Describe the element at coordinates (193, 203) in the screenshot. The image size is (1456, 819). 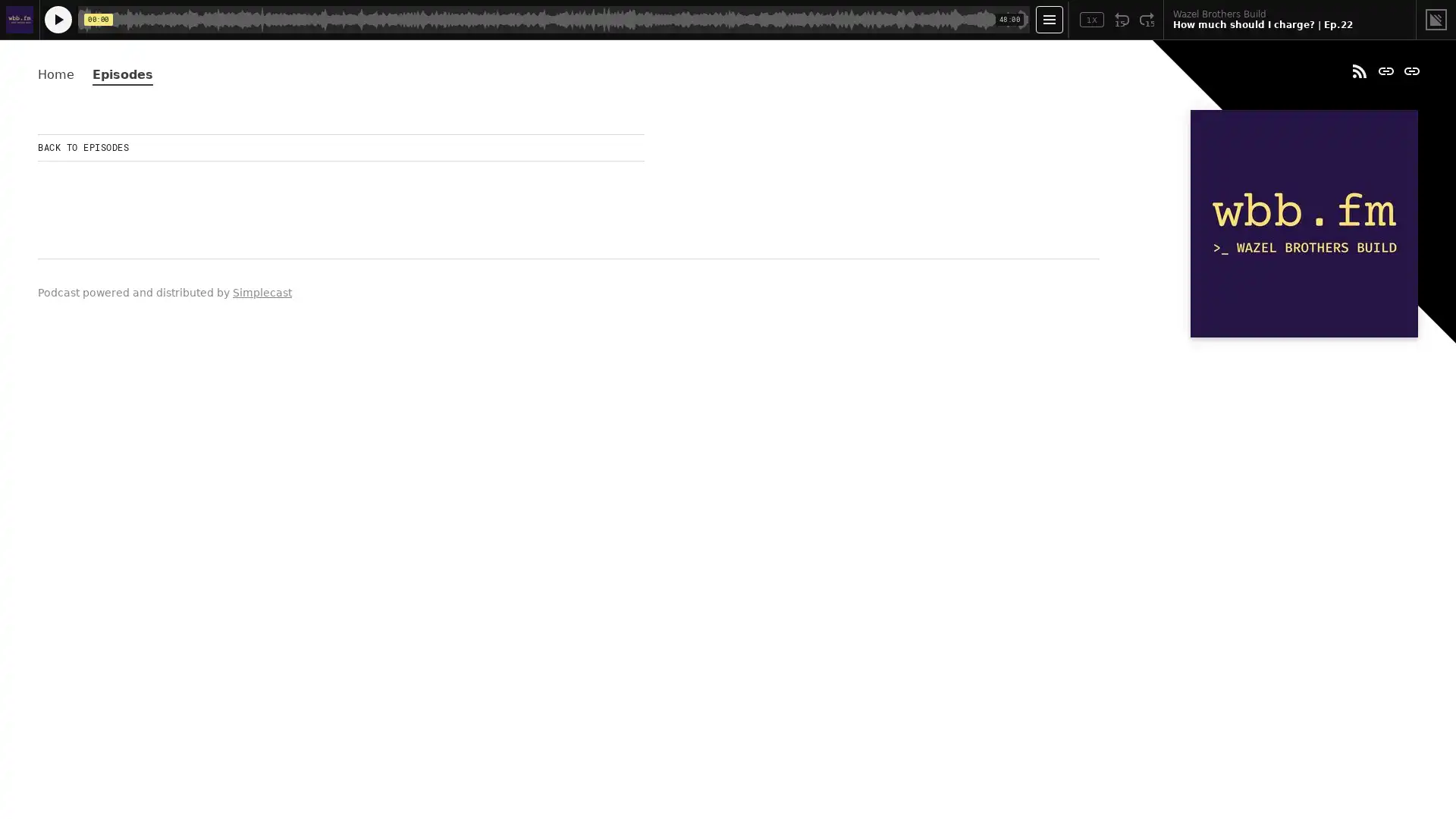
I see `Play` at that location.